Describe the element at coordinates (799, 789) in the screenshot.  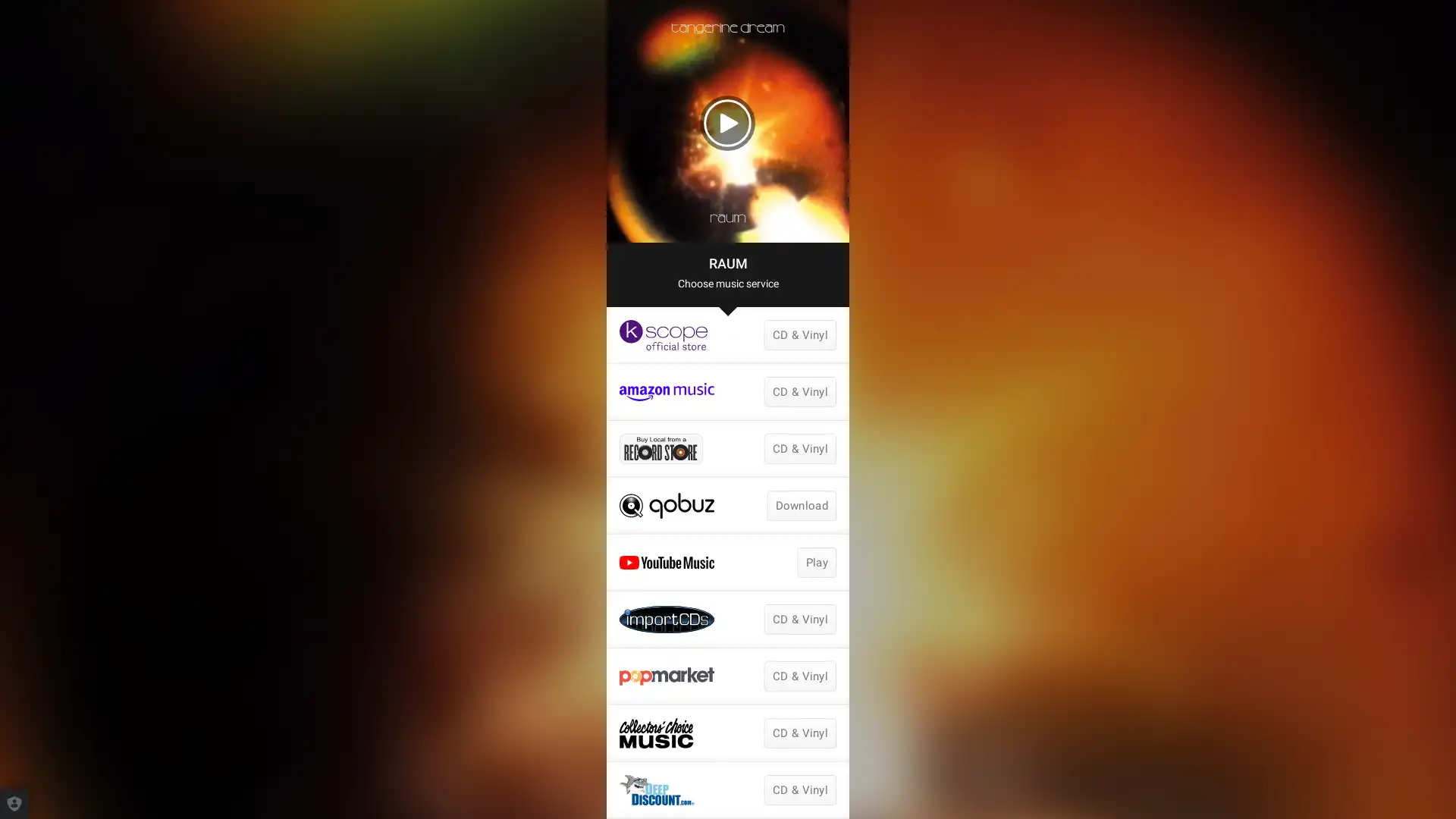
I see `CD & Vinyl` at that location.